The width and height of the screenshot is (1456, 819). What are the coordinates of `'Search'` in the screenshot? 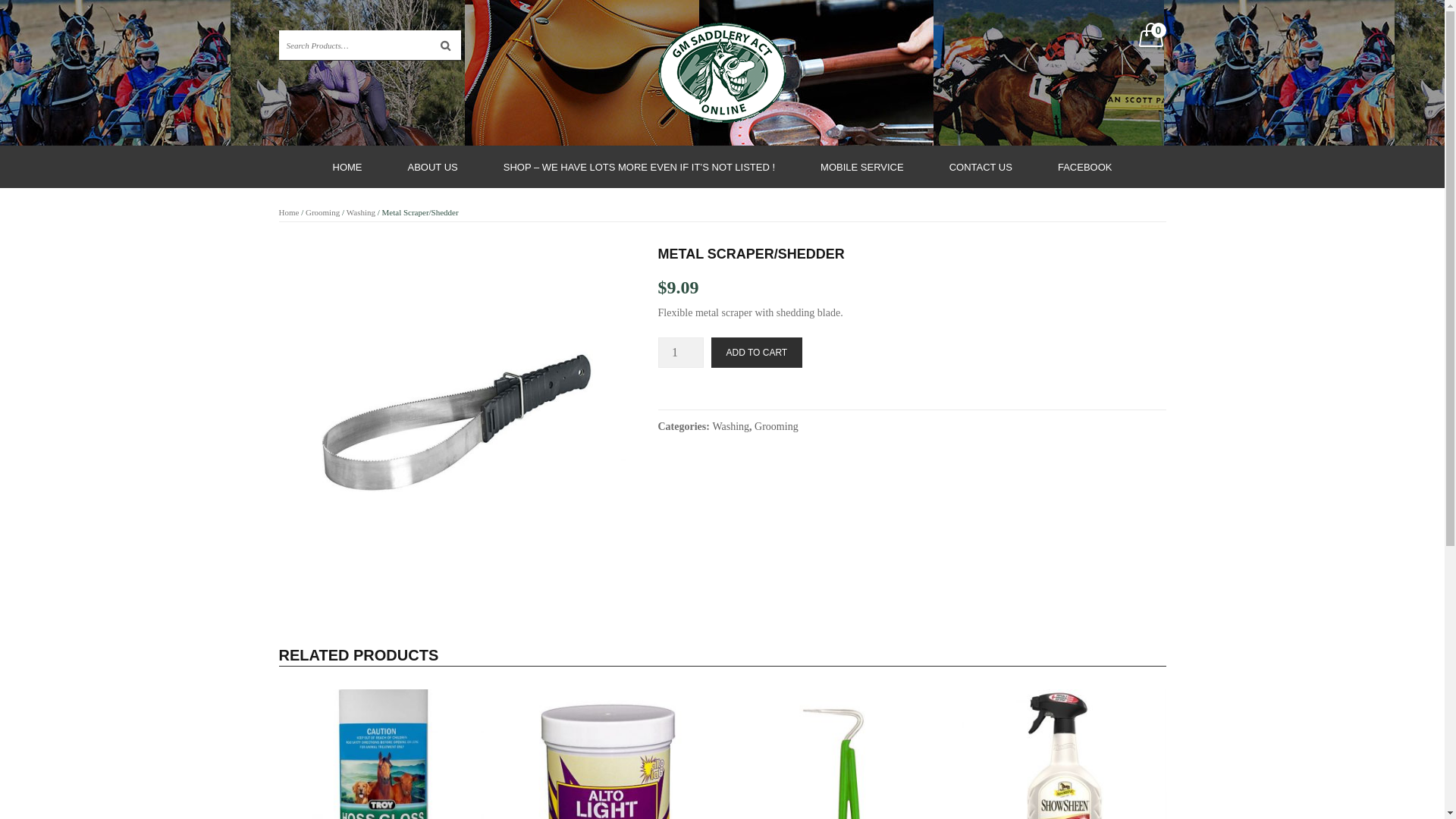 It's located at (445, 45).